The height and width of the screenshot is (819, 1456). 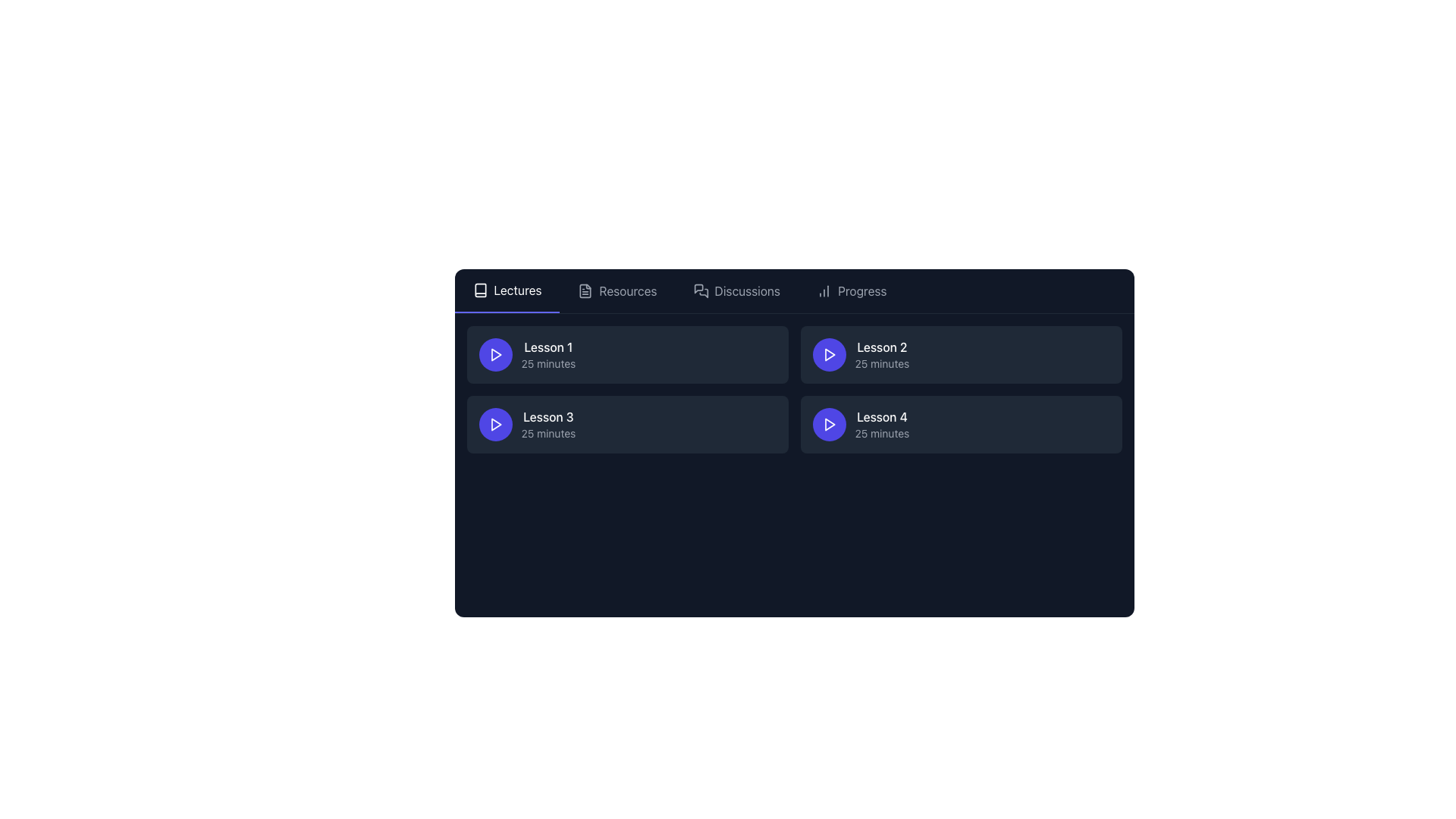 I want to click on text content of the lesson title label located in the first card of the grid layout, positioned above the duration text indicating '25 minutes', so click(x=548, y=347).